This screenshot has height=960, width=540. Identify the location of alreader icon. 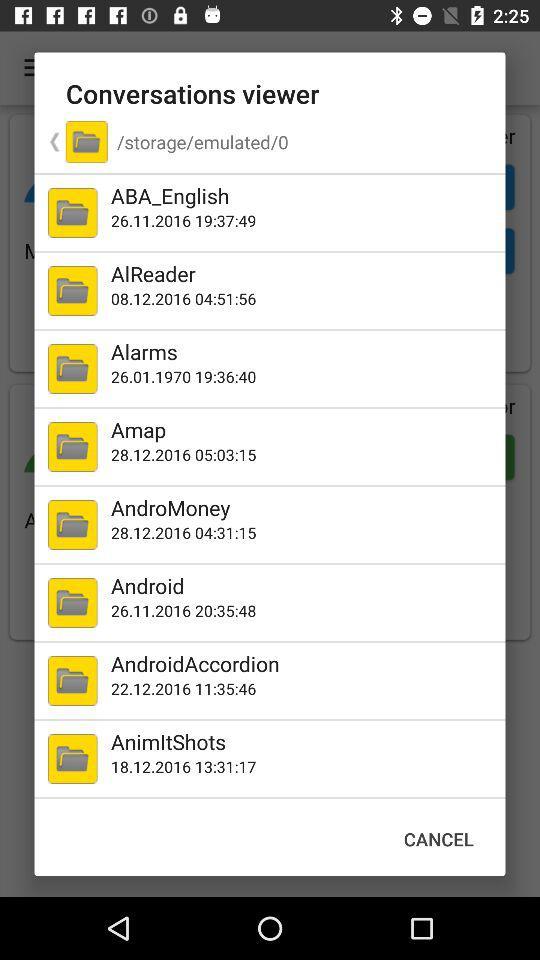
(303, 272).